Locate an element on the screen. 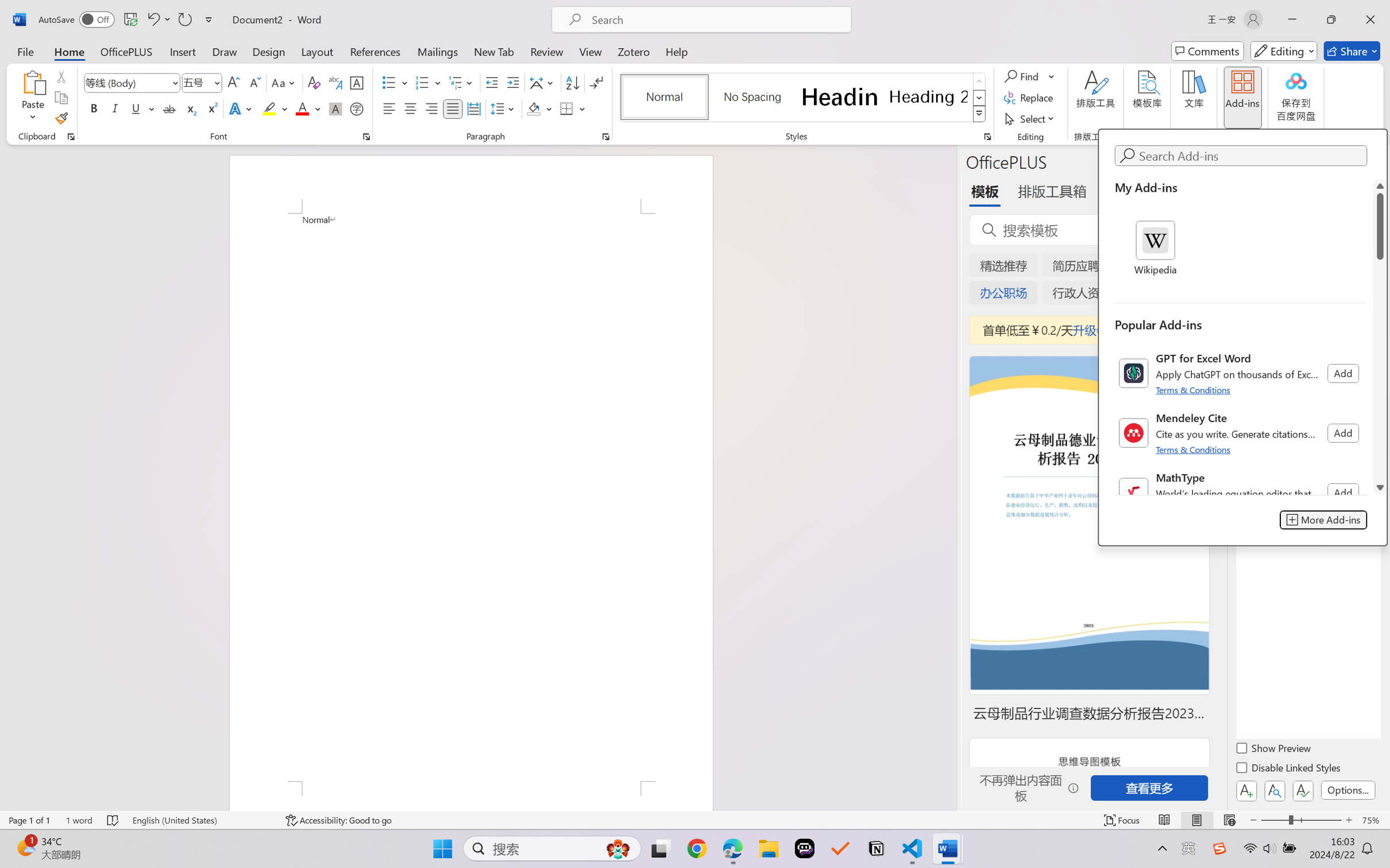  'Font' is located at coordinates (126, 83).